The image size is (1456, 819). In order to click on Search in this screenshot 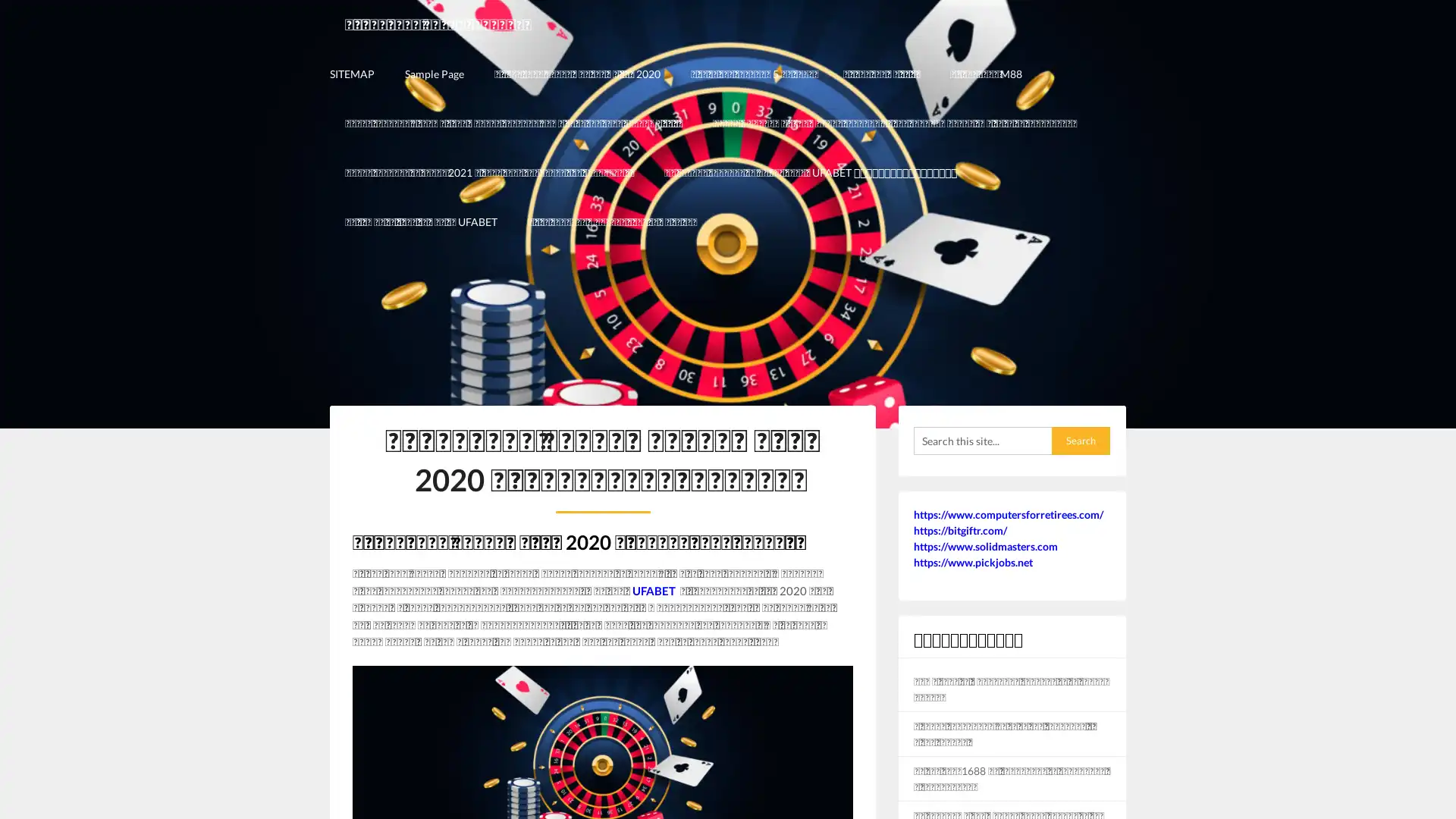, I will do `click(1080, 440)`.